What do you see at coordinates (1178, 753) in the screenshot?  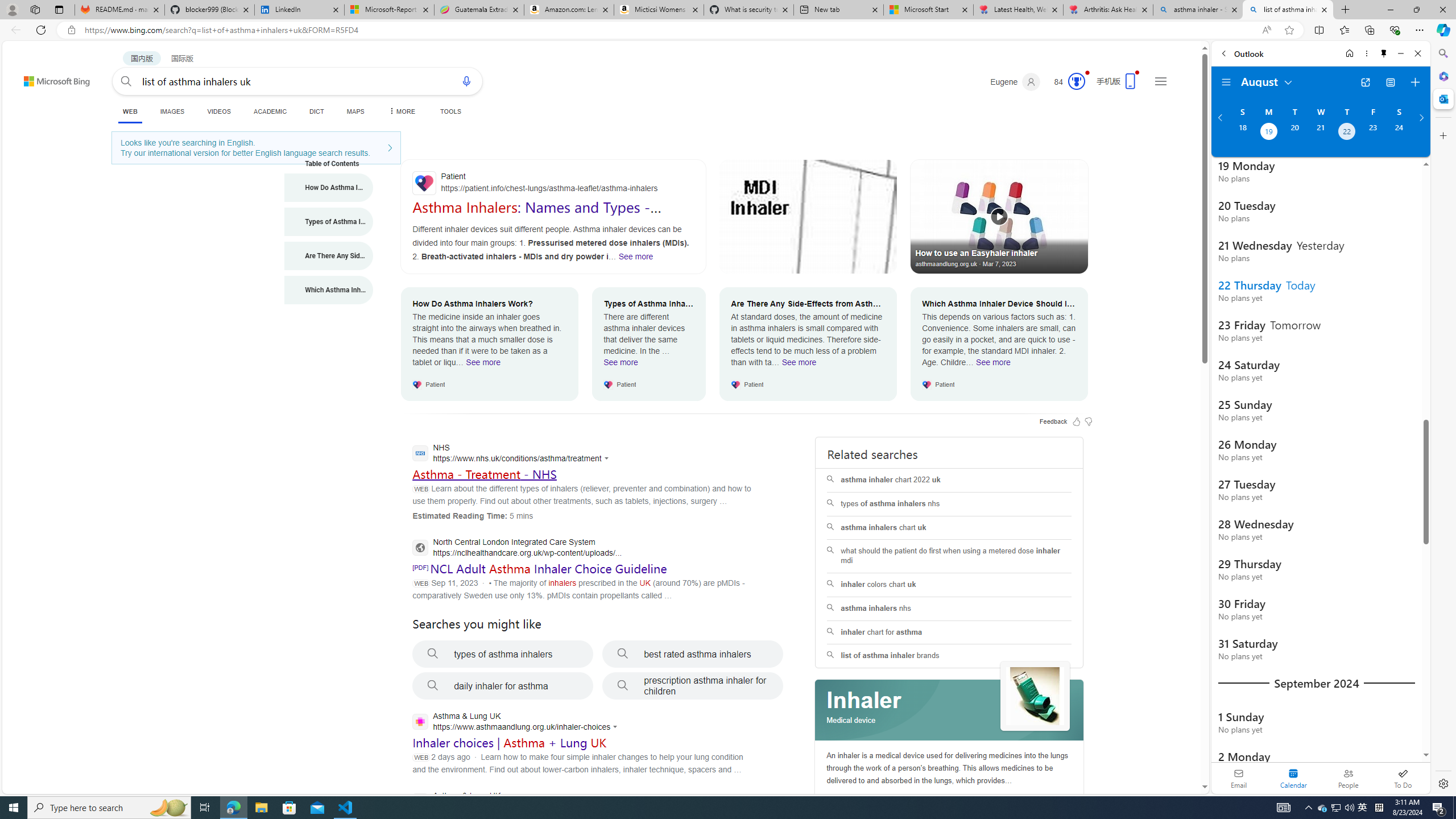 I see `'Search more'` at bounding box center [1178, 753].